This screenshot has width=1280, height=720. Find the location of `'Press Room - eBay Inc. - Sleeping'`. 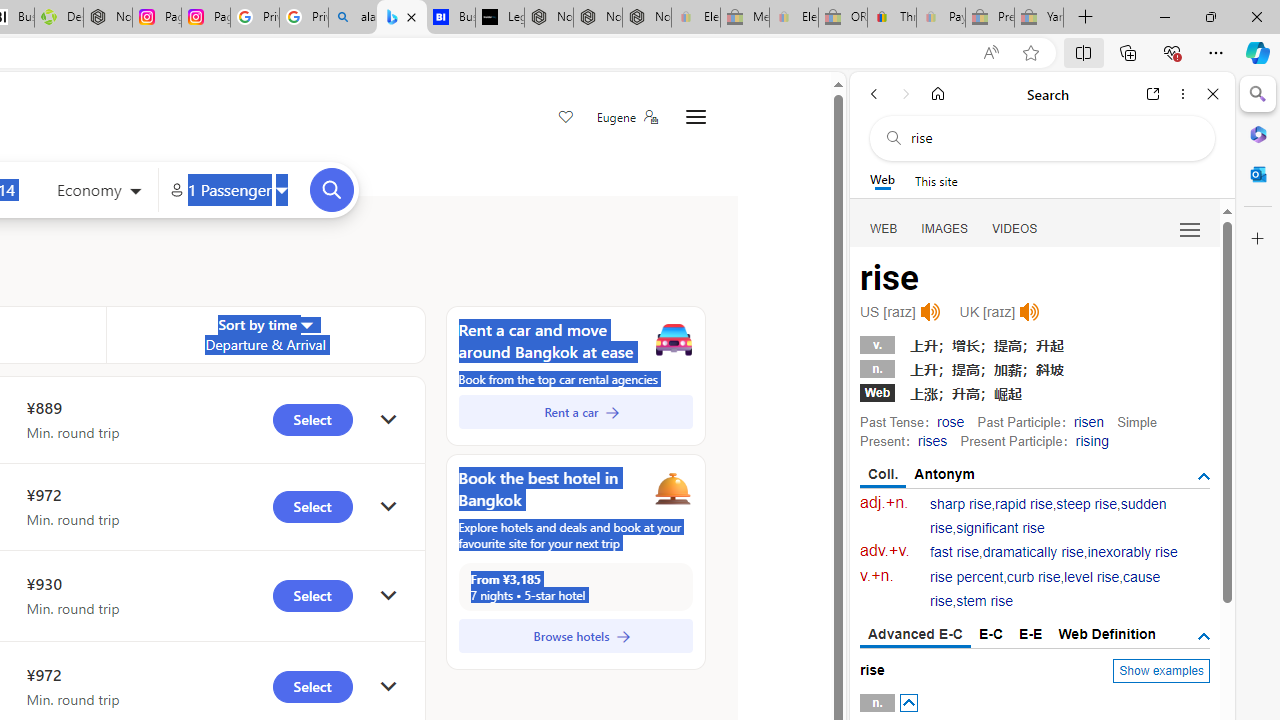

'Press Room - eBay Inc. - Sleeping' is located at coordinates (990, 17).